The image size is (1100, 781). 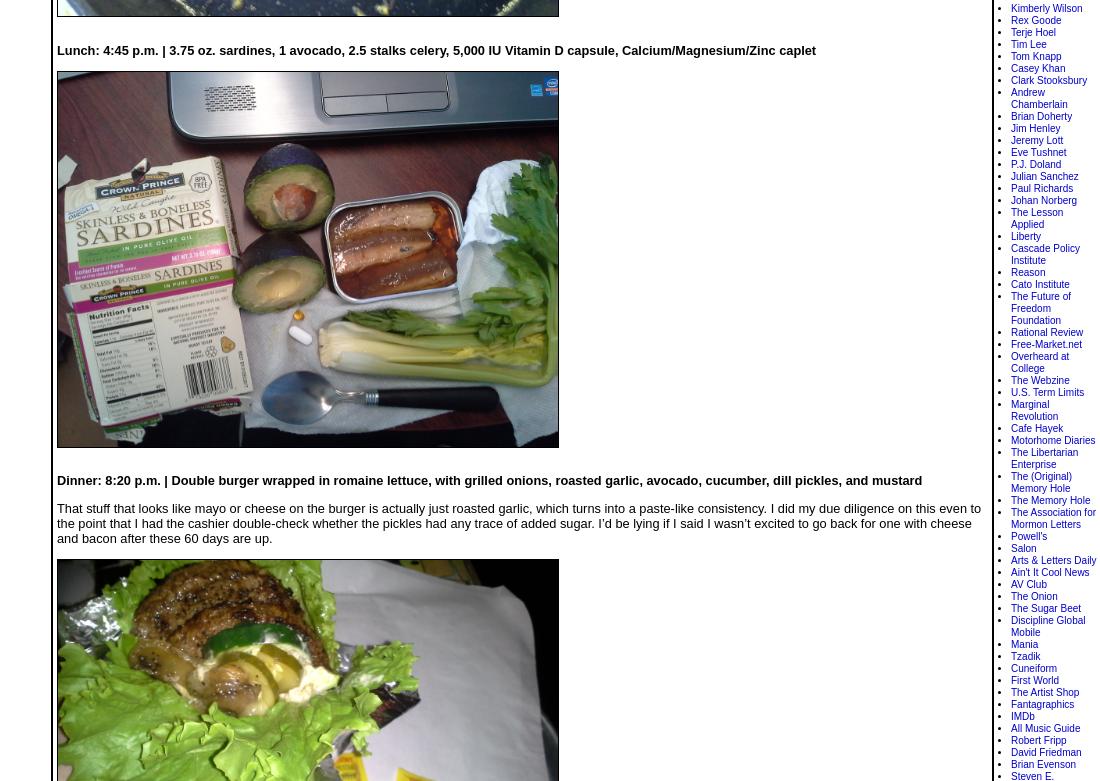 I want to click on 'Terje Hoel', so click(x=1010, y=32).